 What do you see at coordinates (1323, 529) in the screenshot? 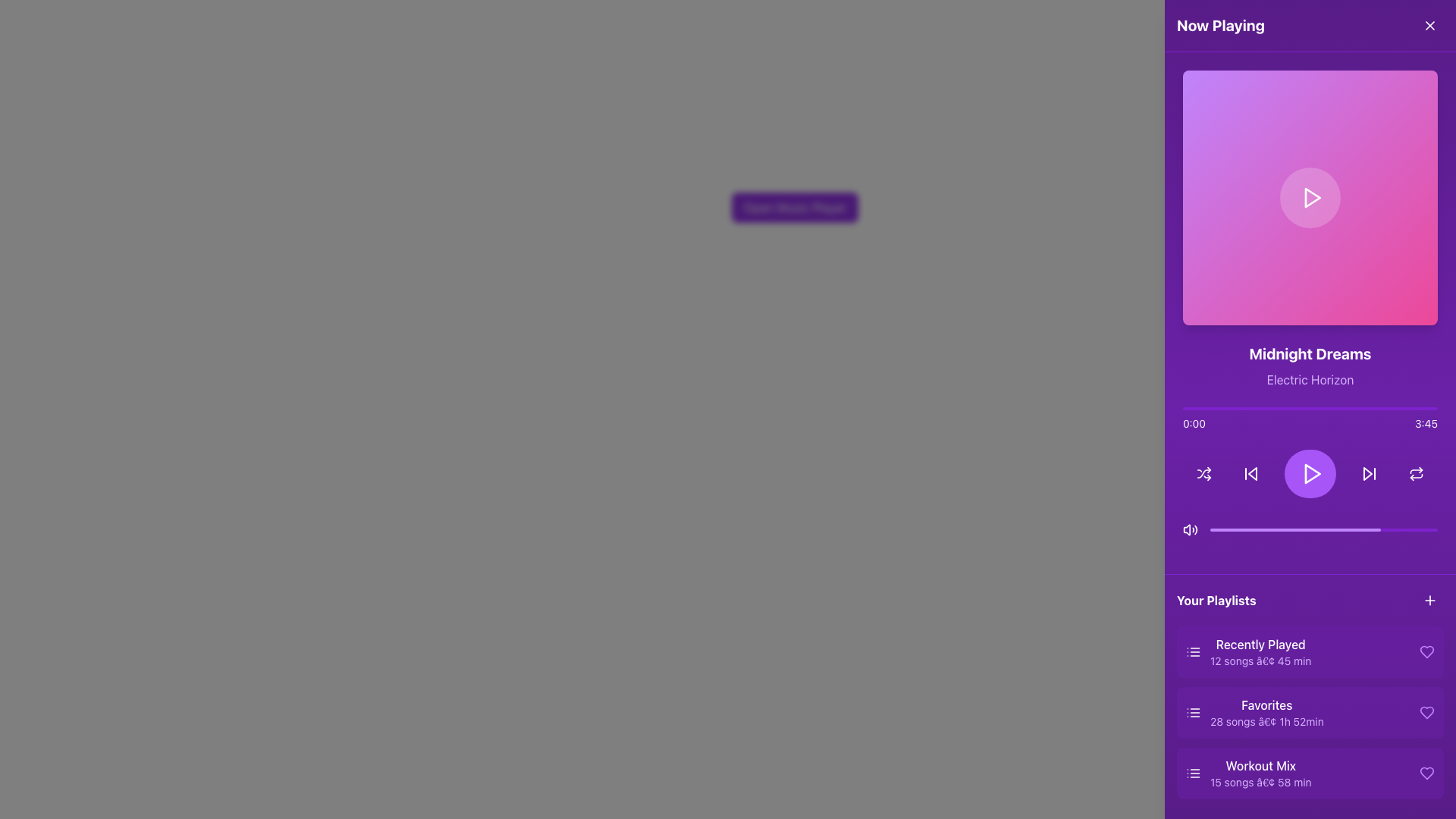
I see `the progress bar located in the 'Now Playing' interface, which is positioned beneath the playback buttons and above the playlist section` at bounding box center [1323, 529].